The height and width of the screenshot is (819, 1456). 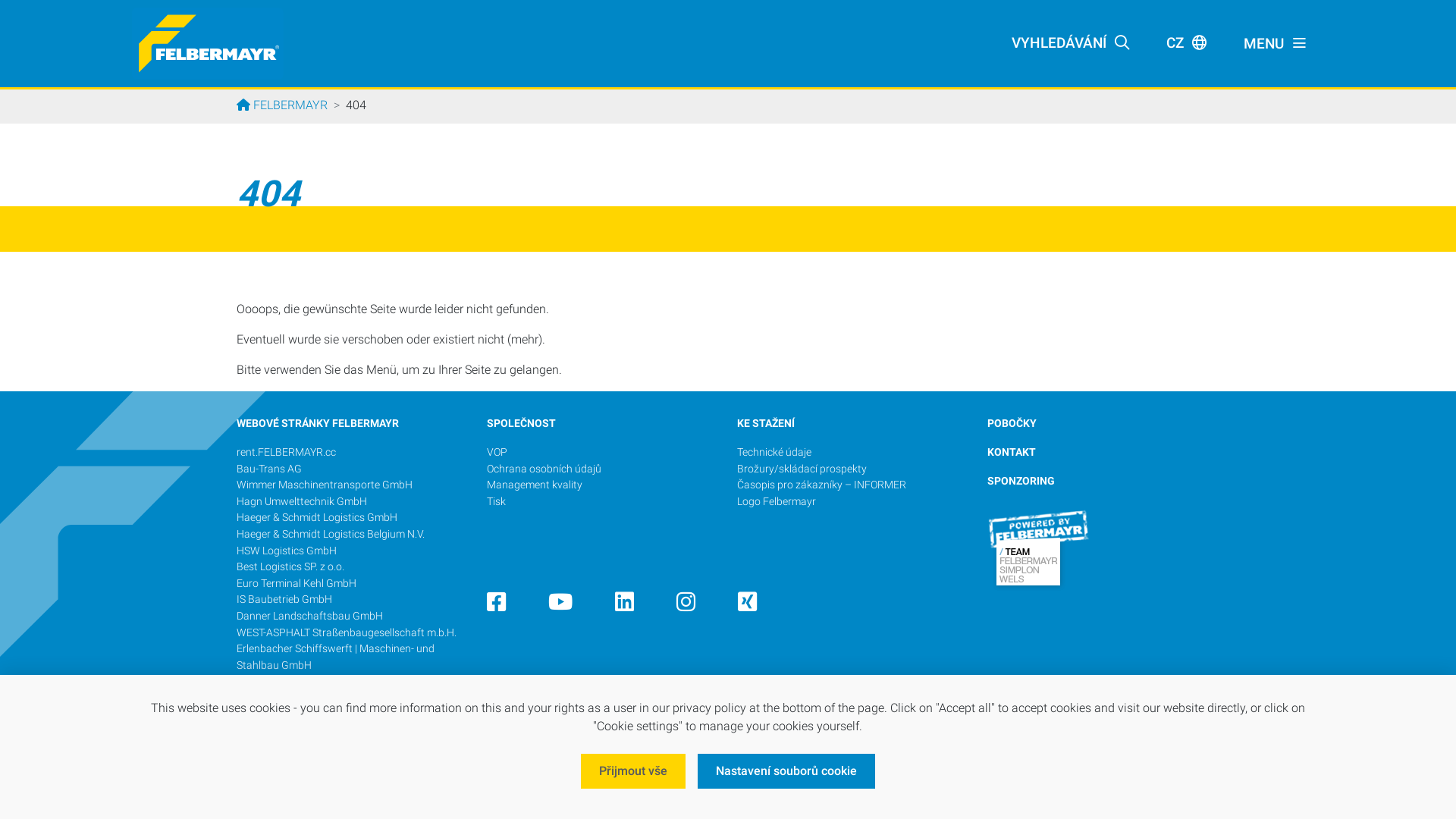 What do you see at coordinates (236, 582) in the screenshot?
I see `'Euro Terminal Kehl GmbH'` at bounding box center [236, 582].